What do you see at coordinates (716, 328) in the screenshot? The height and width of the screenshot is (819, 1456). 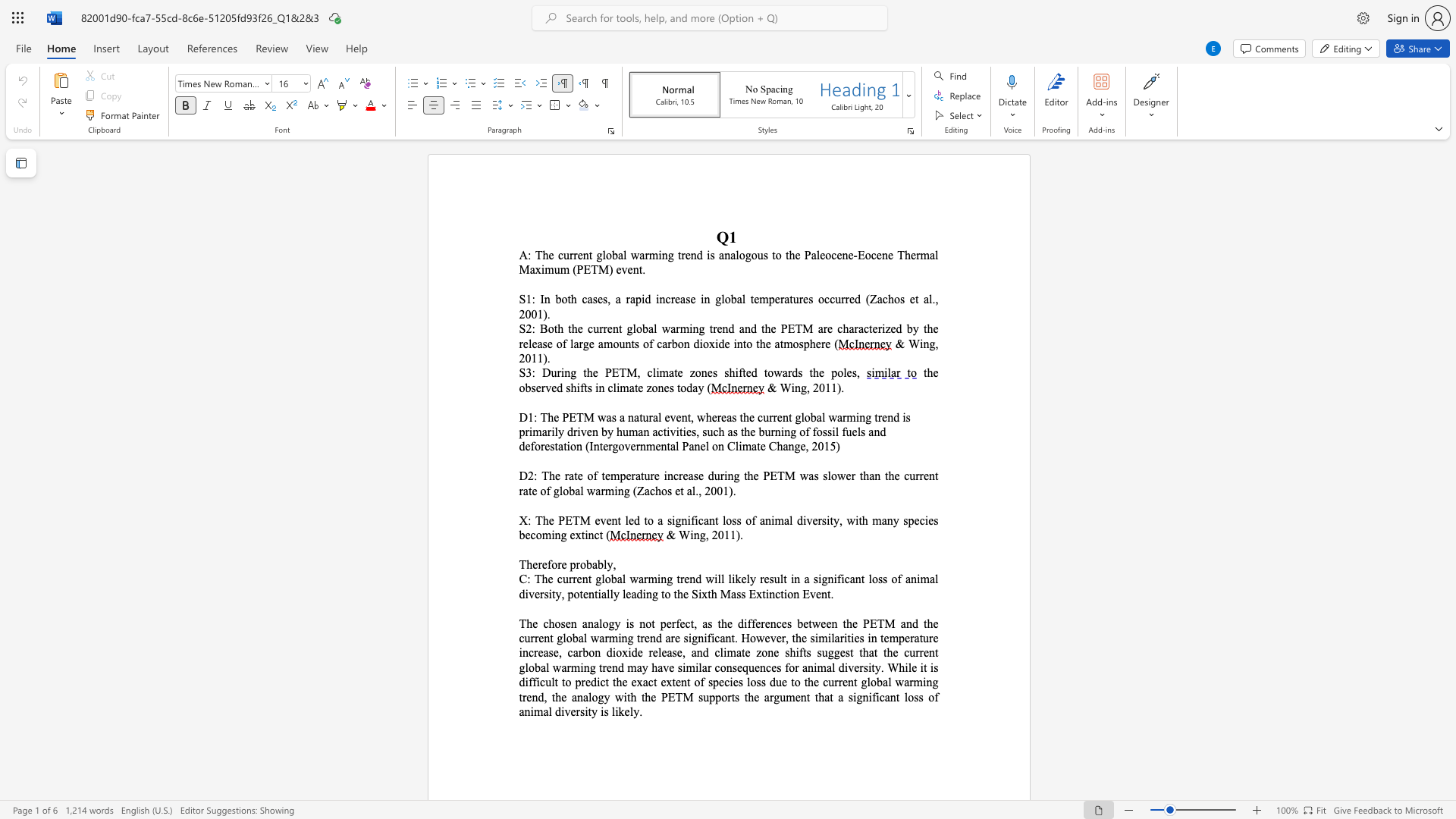 I see `the subset text "end and th" within the text "S2: Both the current global warming trend and the"` at bounding box center [716, 328].